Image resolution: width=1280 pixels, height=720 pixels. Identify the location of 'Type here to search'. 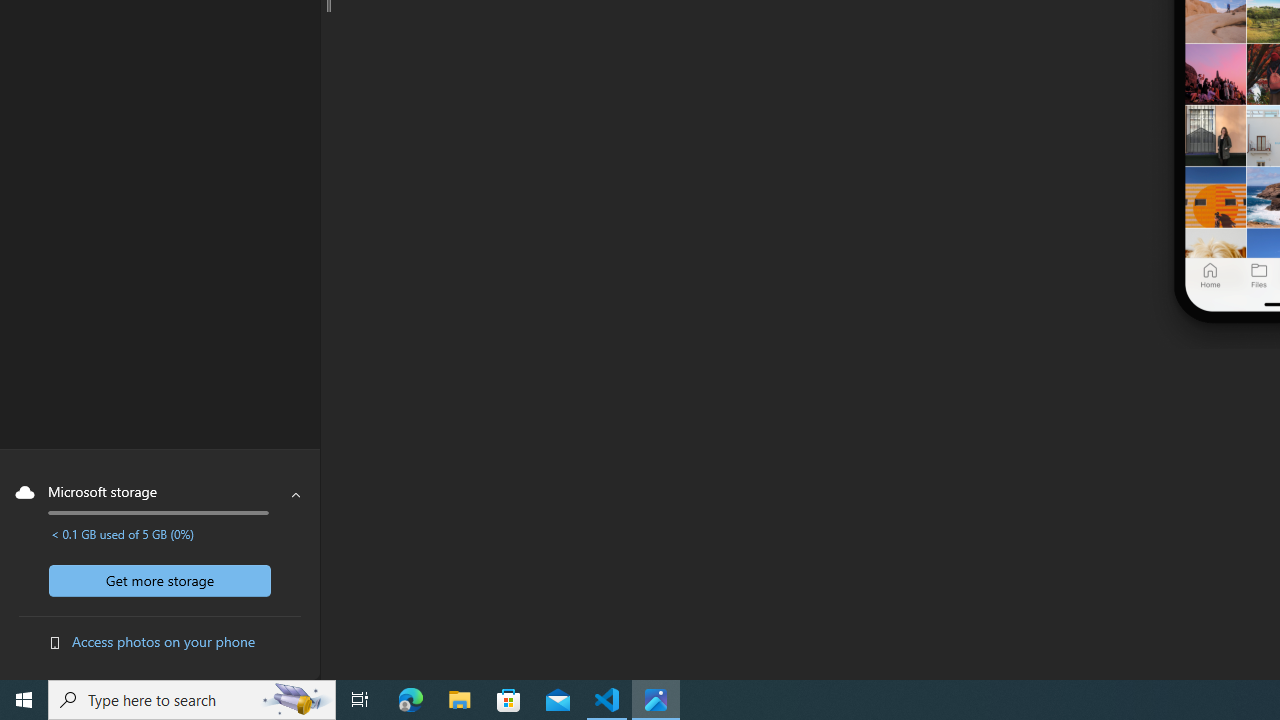
(192, 698).